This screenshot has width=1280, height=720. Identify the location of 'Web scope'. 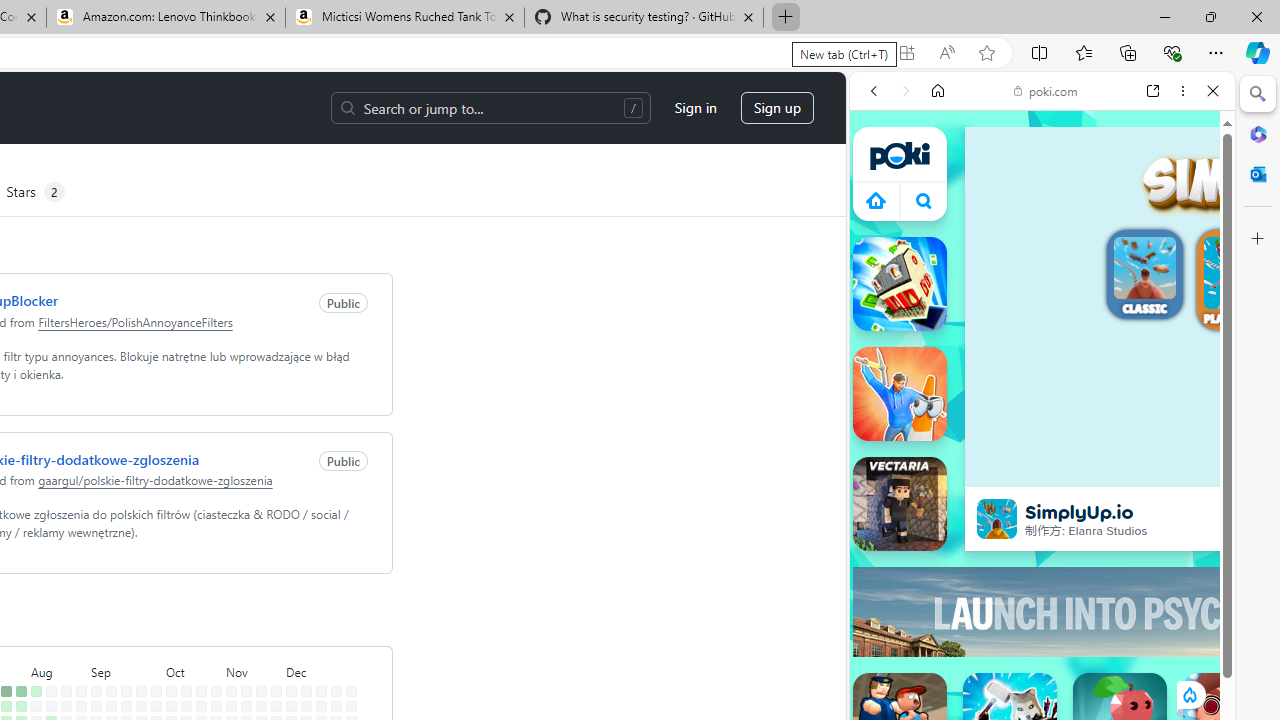
(881, 180).